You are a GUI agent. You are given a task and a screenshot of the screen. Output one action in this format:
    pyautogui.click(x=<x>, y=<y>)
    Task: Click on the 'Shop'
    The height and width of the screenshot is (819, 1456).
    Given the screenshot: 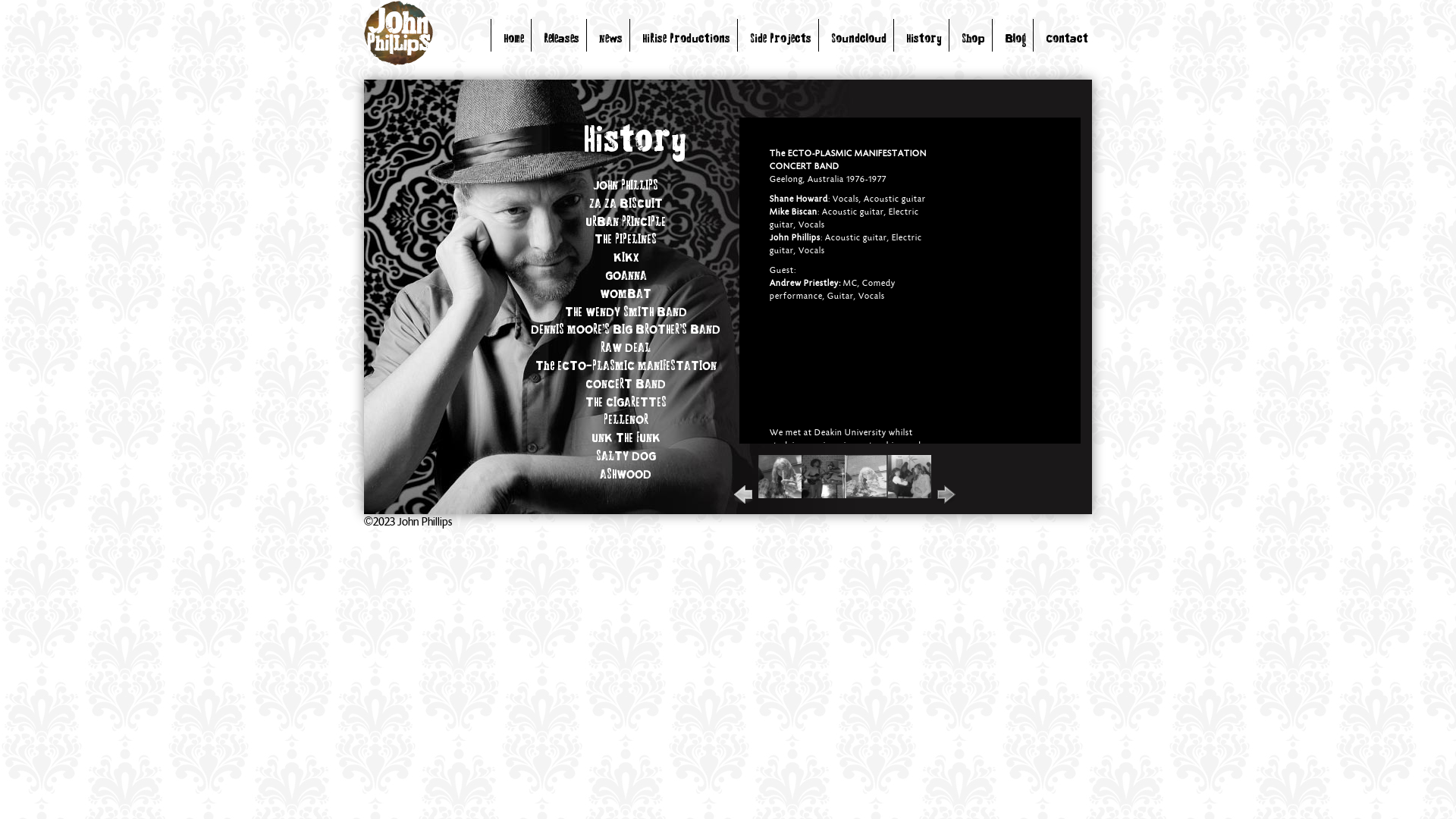 What is the action you would take?
    pyautogui.click(x=973, y=39)
    